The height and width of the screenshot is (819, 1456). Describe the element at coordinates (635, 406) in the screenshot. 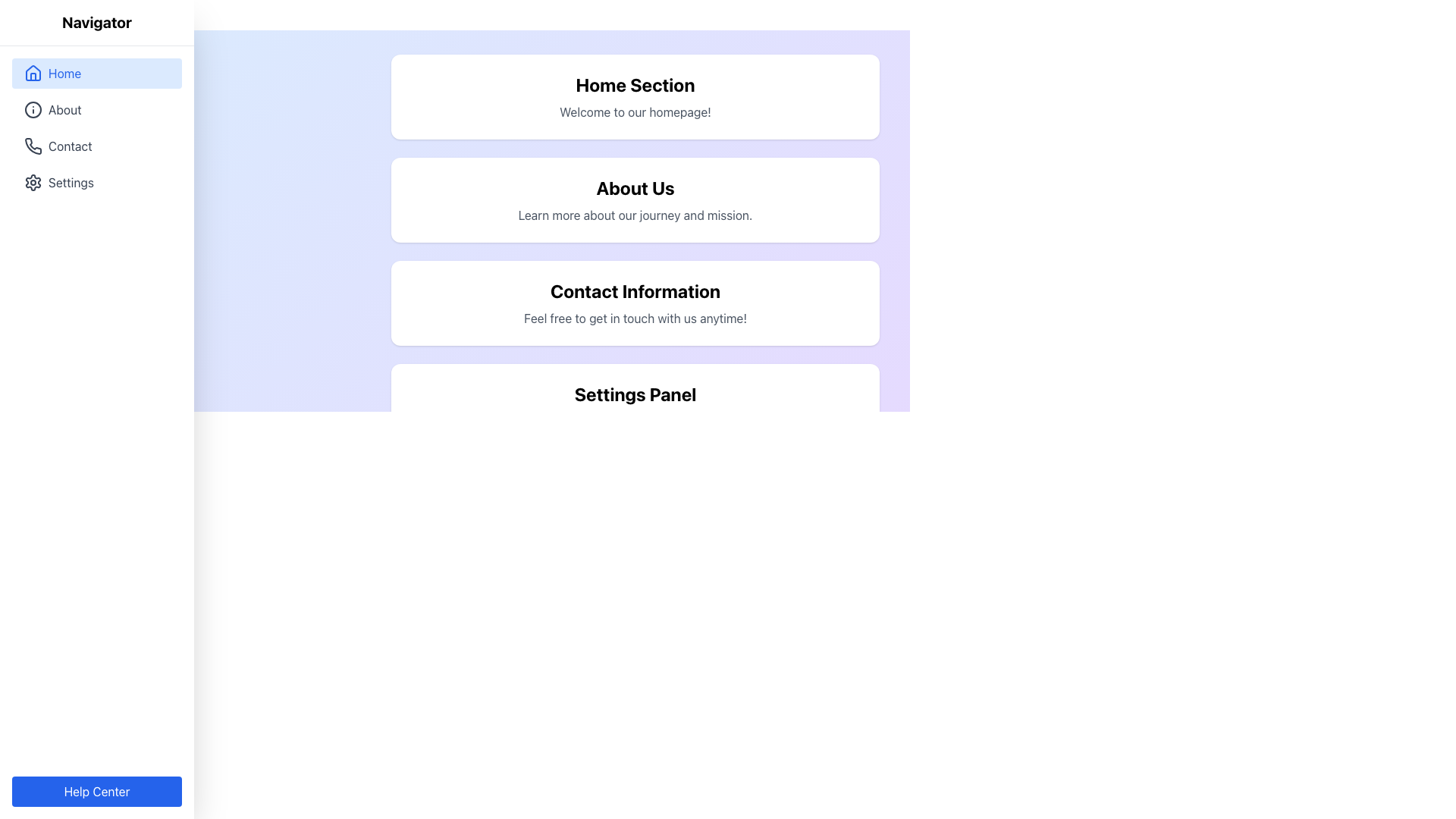

I see `the Settings Panel, which has a white background and contains the header 'Settings Panel' and the description 'Customize your preferences here.'` at that location.